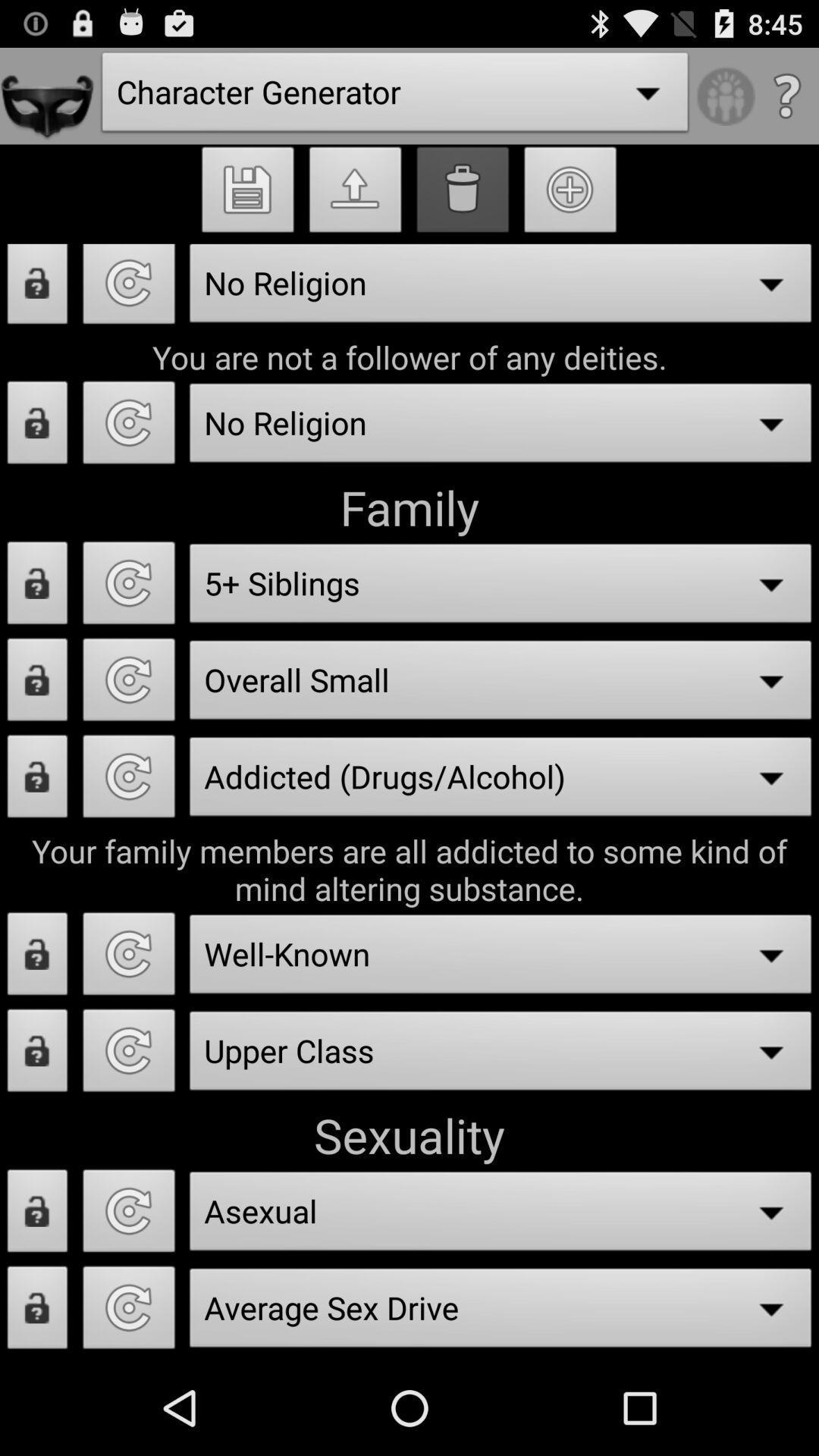 Image resolution: width=819 pixels, height=1456 pixels. I want to click on the delete icon, so click(462, 207).